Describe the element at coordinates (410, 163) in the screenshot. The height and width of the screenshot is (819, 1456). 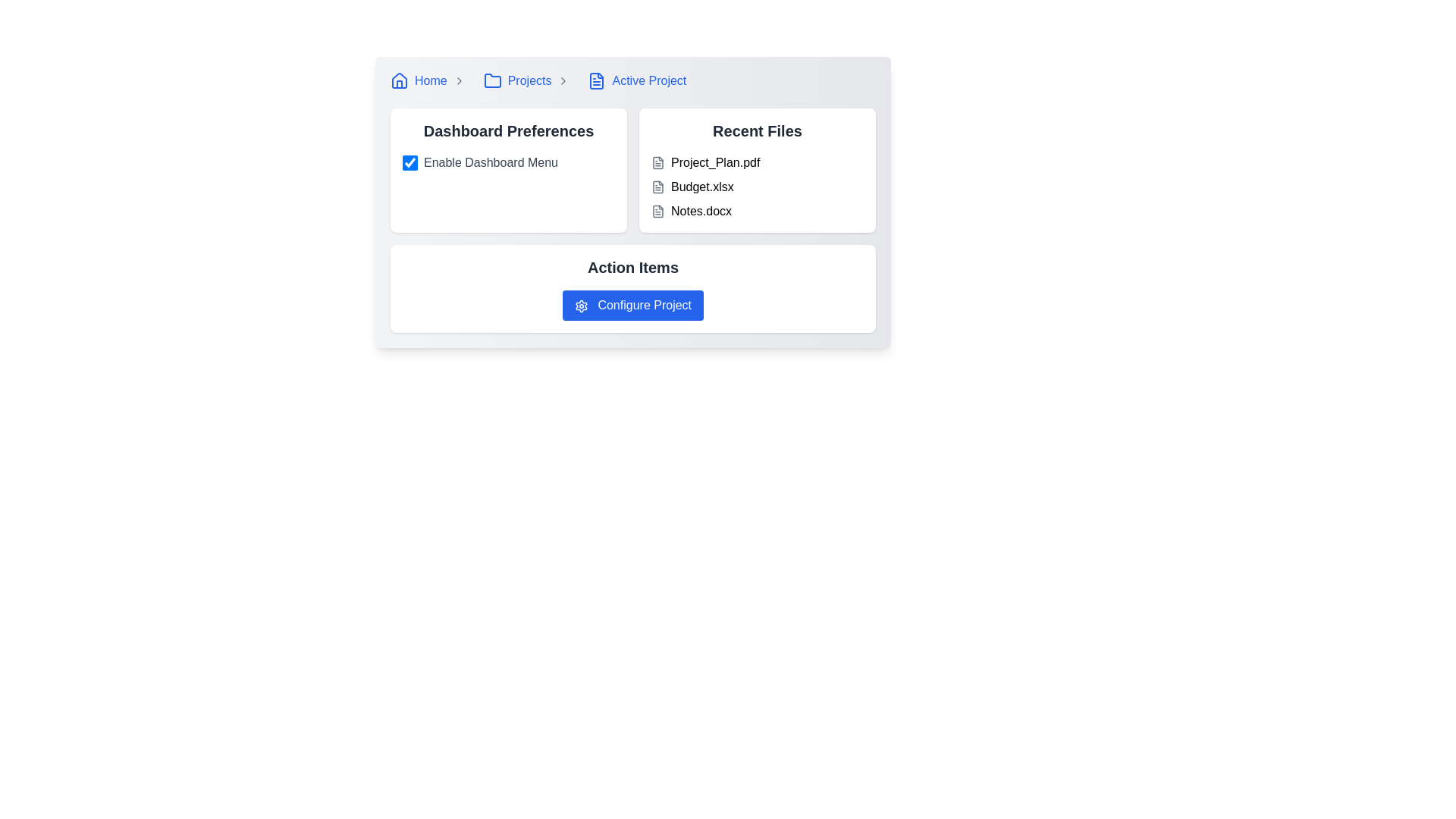
I see `the square checkbox with a blue checkmark located to the left of the 'Enable Dashboard Menu' text in the 'Dashboard Preferences' section` at that location.